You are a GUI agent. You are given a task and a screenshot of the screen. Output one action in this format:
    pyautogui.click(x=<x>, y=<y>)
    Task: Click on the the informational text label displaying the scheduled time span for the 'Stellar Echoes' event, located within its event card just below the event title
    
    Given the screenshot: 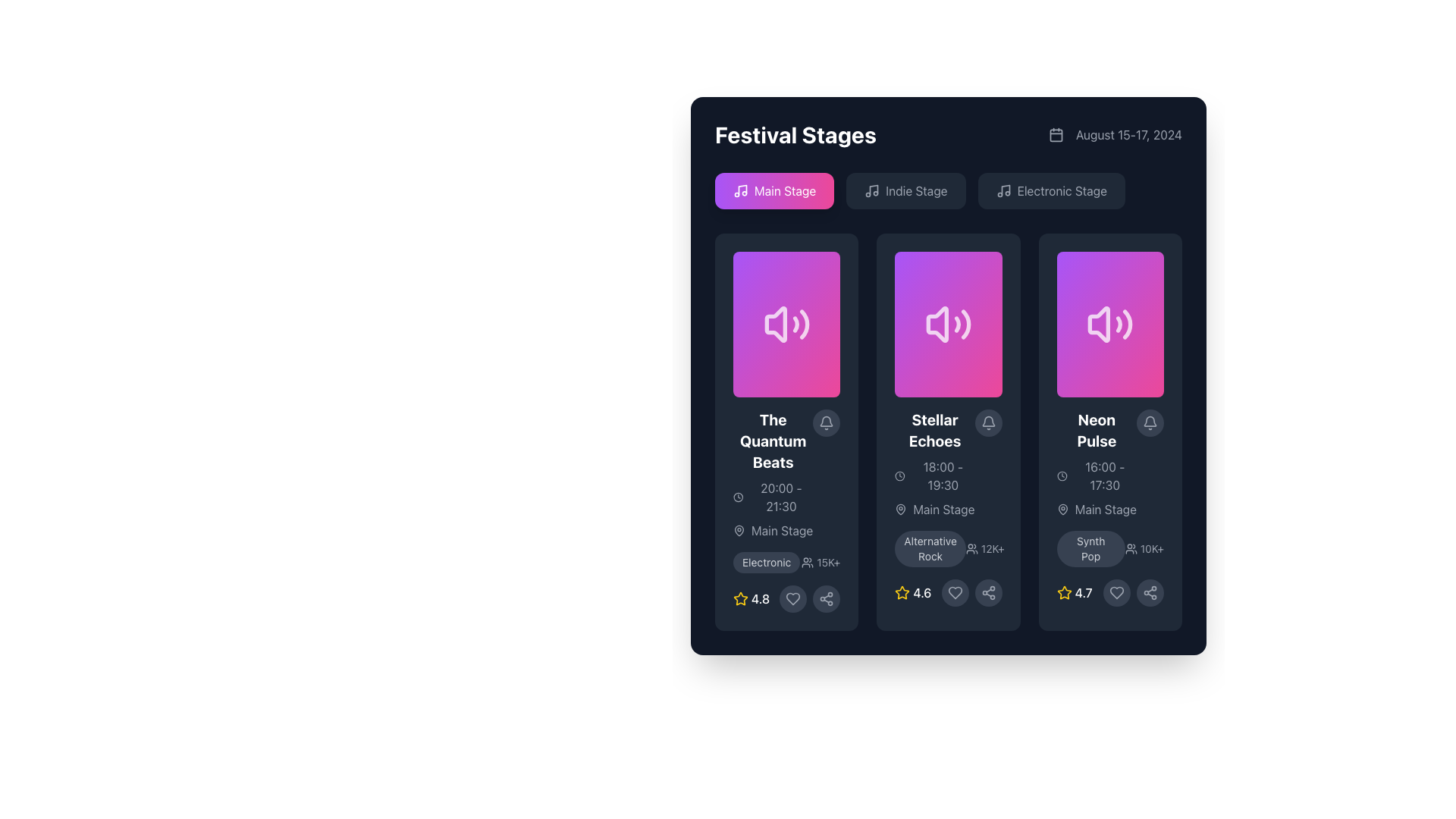 What is the action you would take?
    pyautogui.click(x=934, y=475)
    